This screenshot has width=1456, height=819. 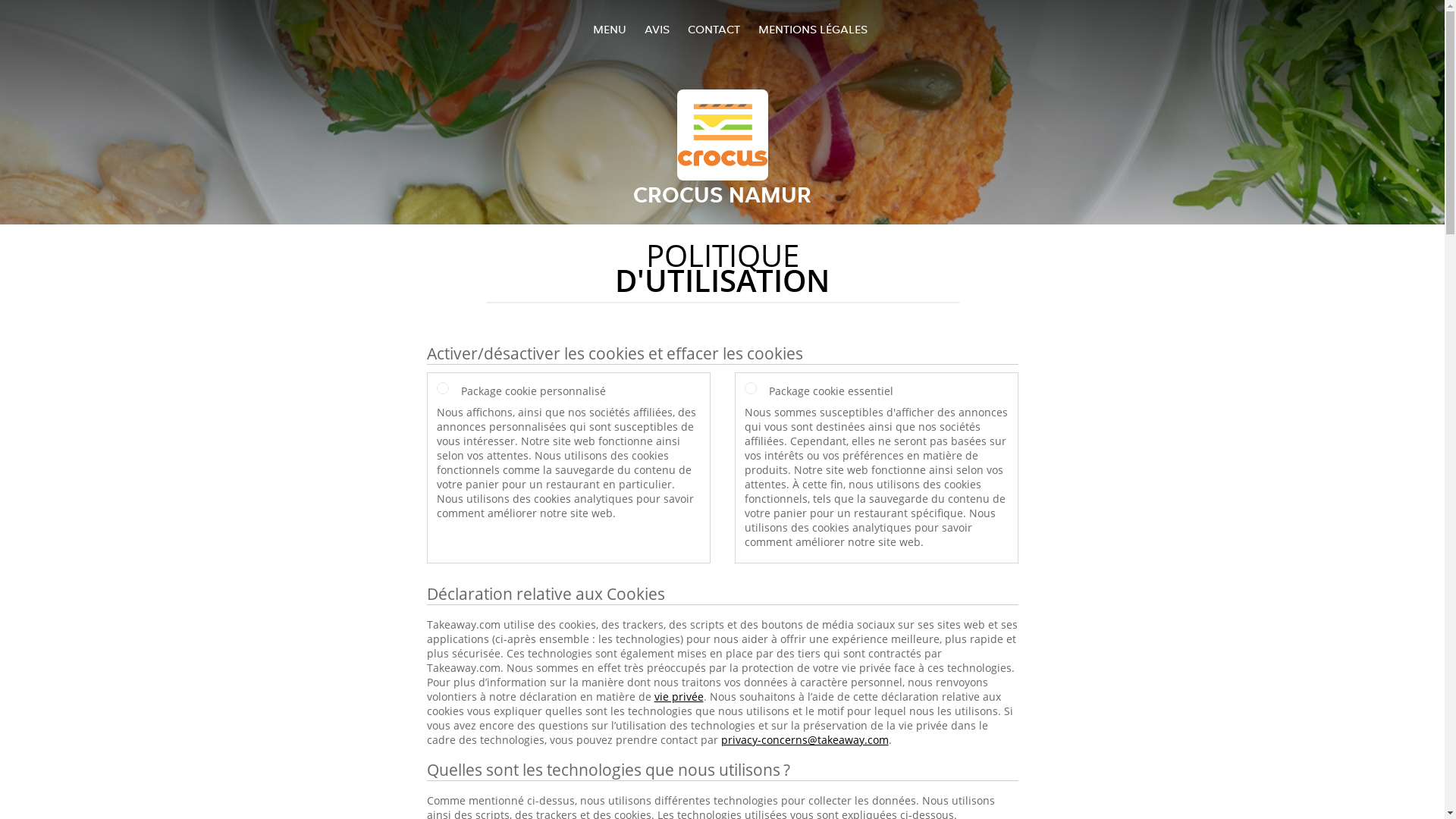 What do you see at coordinates (712, 29) in the screenshot?
I see `'CONTACT'` at bounding box center [712, 29].